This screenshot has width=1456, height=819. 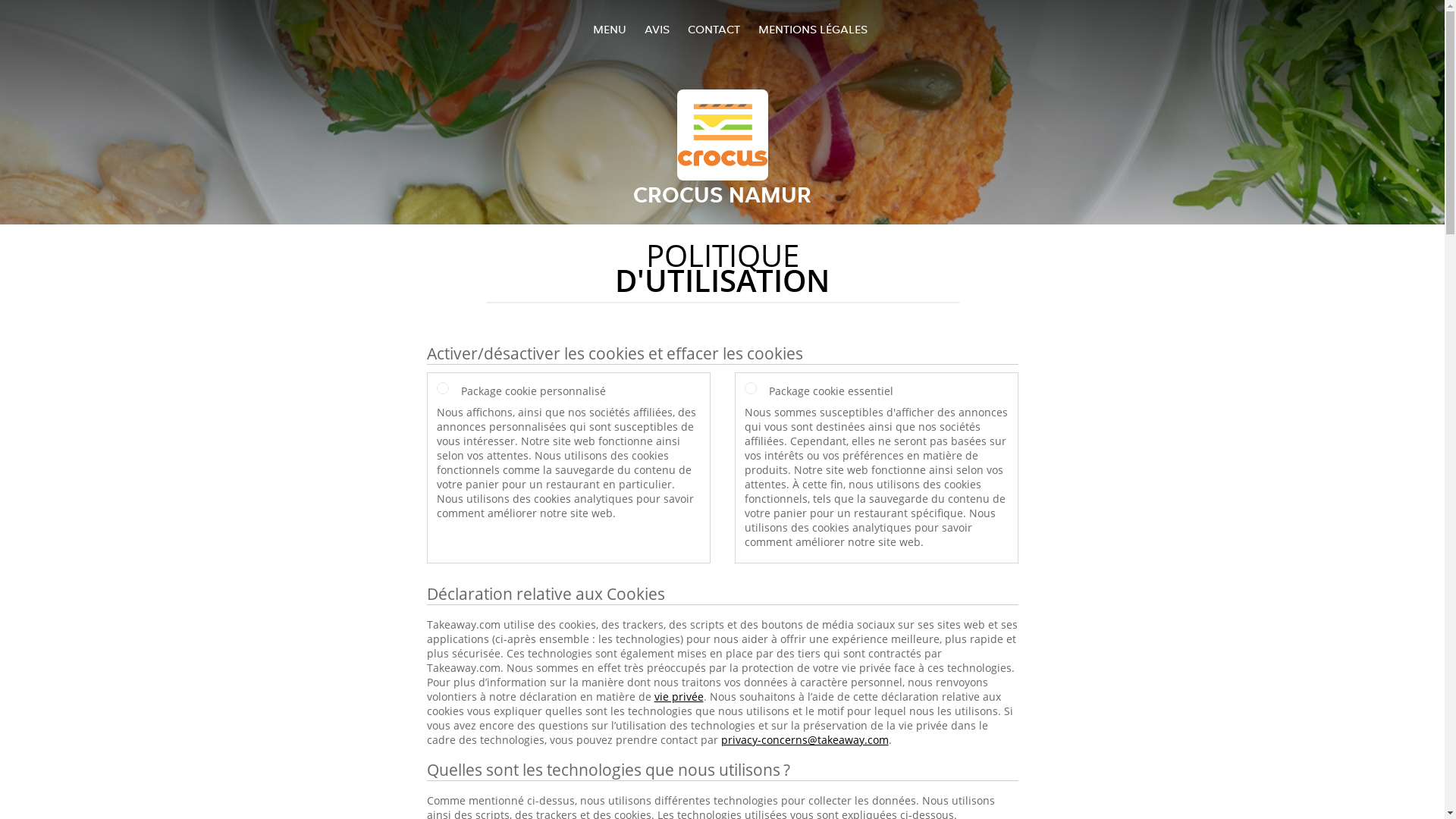 What do you see at coordinates (712, 29) in the screenshot?
I see `'CONTACT'` at bounding box center [712, 29].